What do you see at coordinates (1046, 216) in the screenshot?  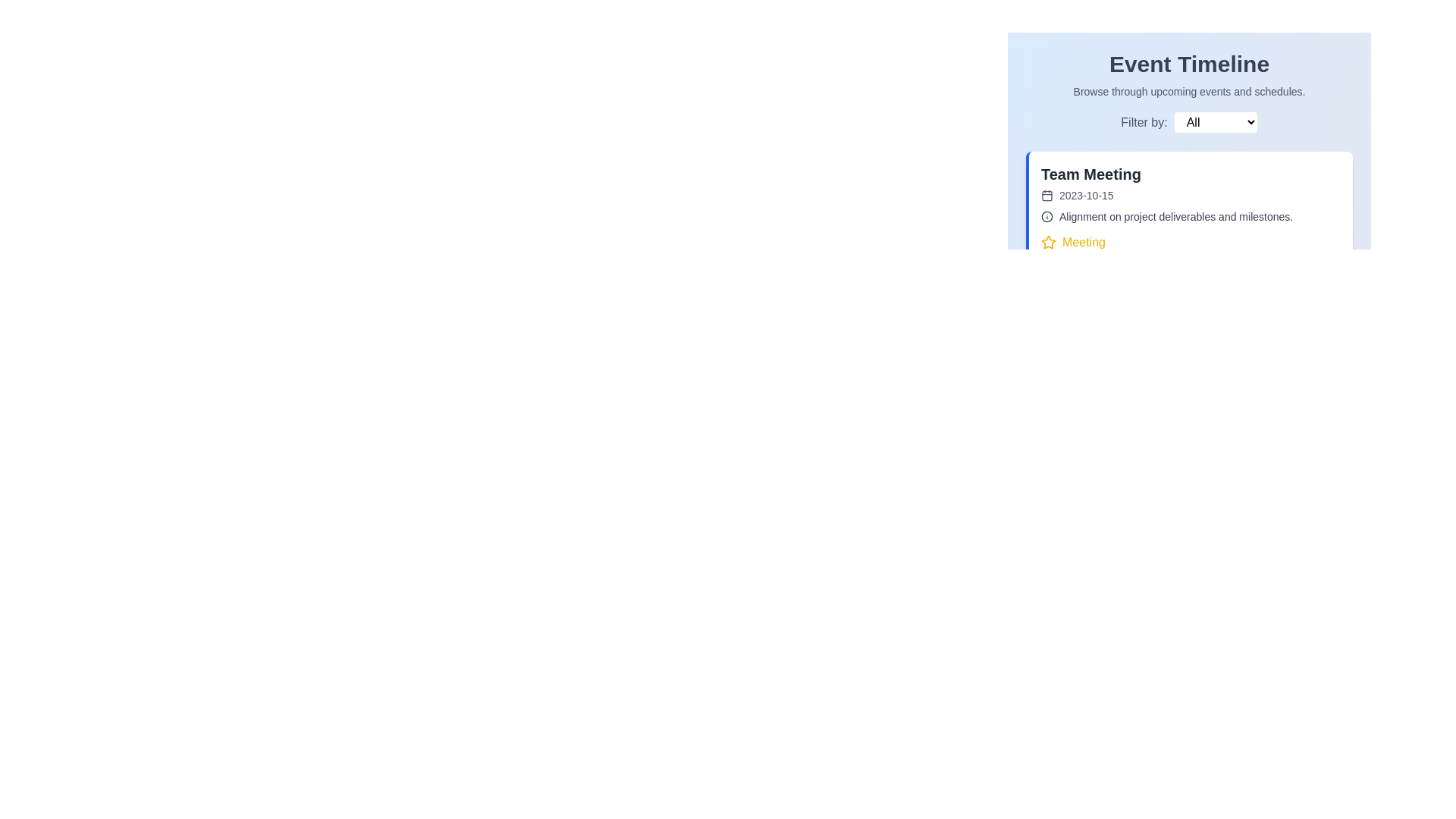 I see `the icon component, a decorative circle element within the SVG that indicates the importance of information, located near the text 'Alignment on project deliverables and milestones.'` at bounding box center [1046, 216].